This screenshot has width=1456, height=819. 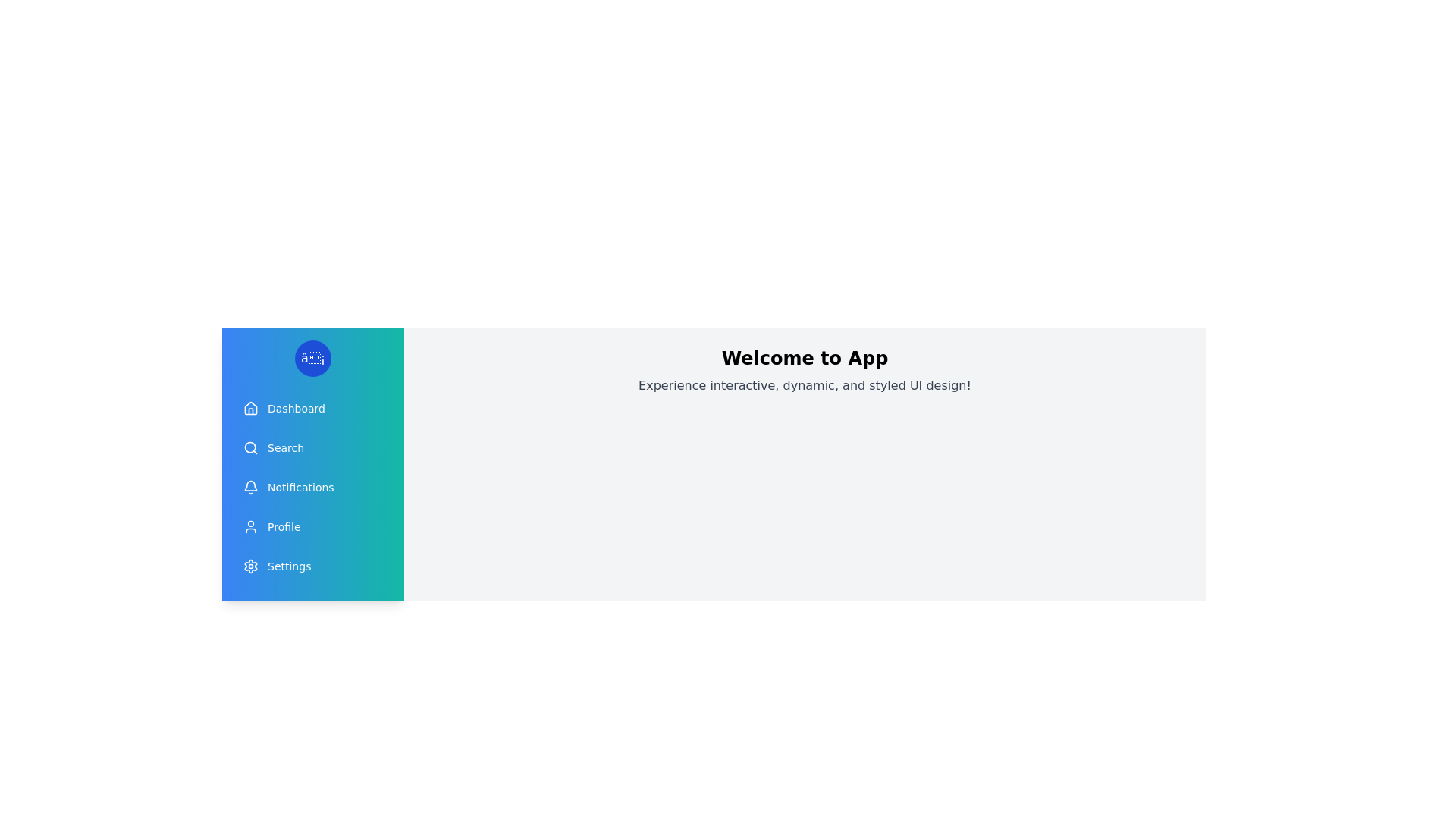 What do you see at coordinates (312, 447) in the screenshot?
I see `the menu item Search from the drawer` at bounding box center [312, 447].